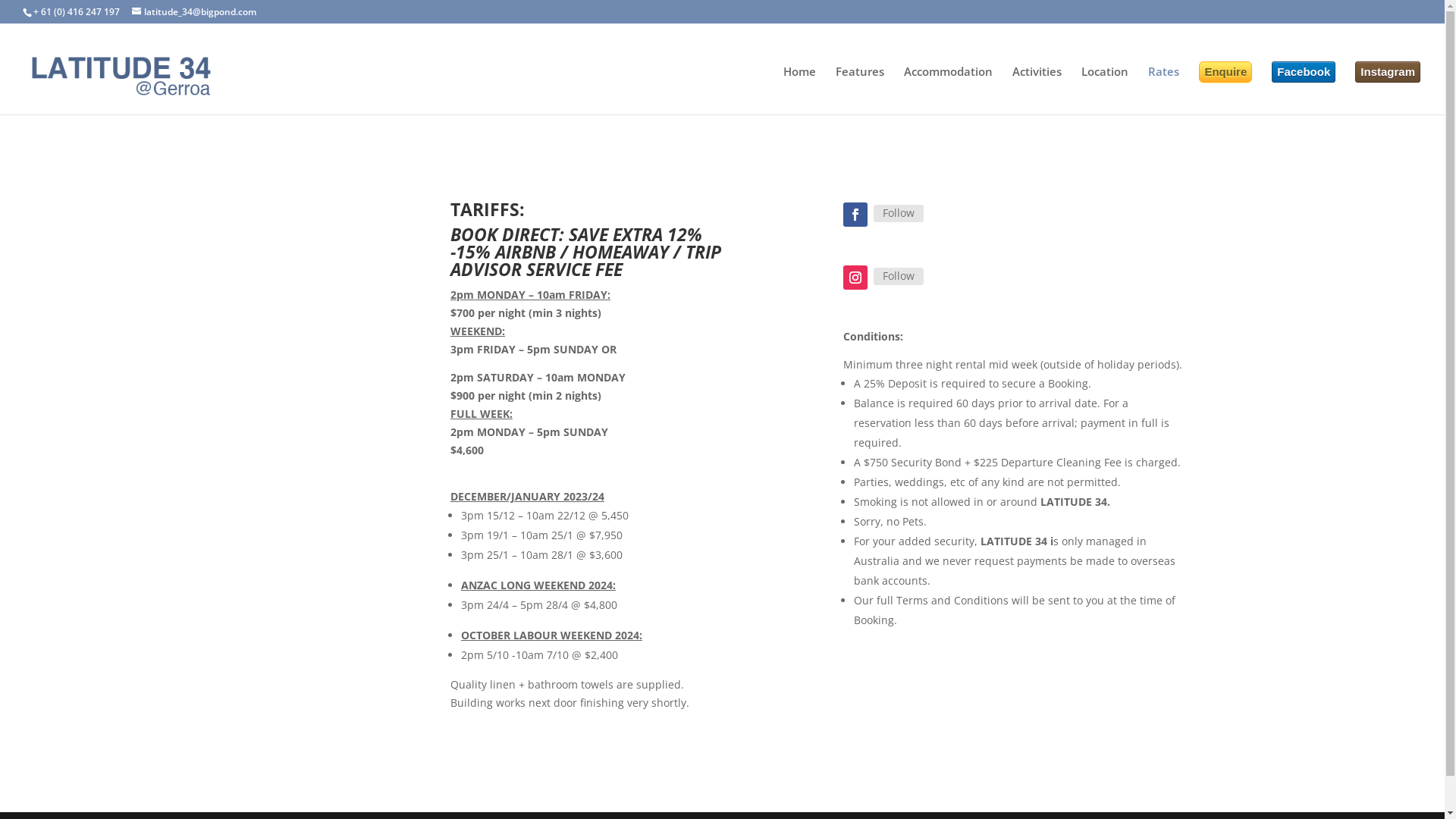 This screenshot has height=819, width=1456. What do you see at coordinates (947, 90) in the screenshot?
I see `'Accommodation'` at bounding box center [947, 90].